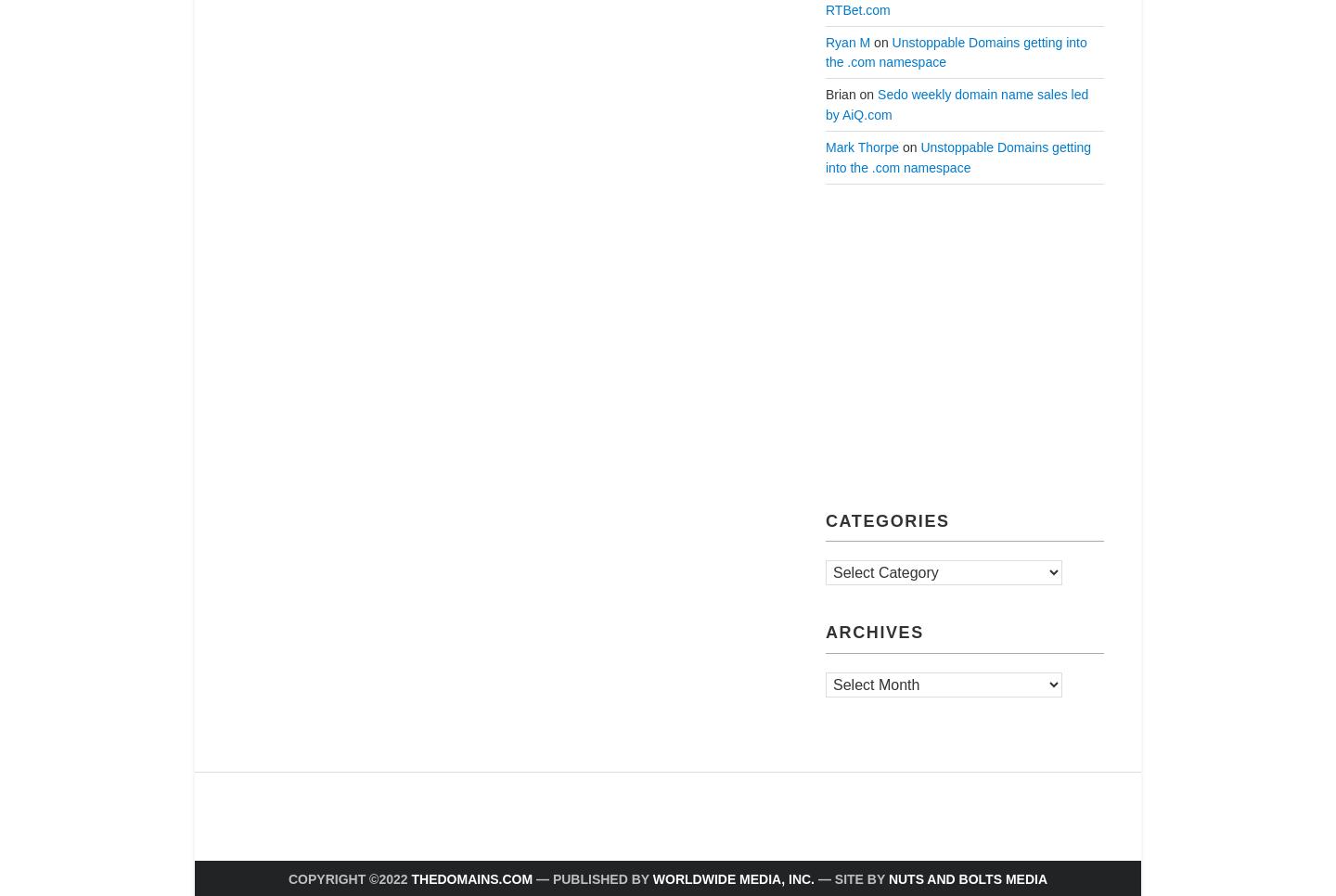 The width and height of the screenshot is (1336, 896). What do you see at coordinates (957, 105) in the screenshot?
I see `'Sedo weekly domain name sales led by AiQ.com'` at bounding box center [957, 105].